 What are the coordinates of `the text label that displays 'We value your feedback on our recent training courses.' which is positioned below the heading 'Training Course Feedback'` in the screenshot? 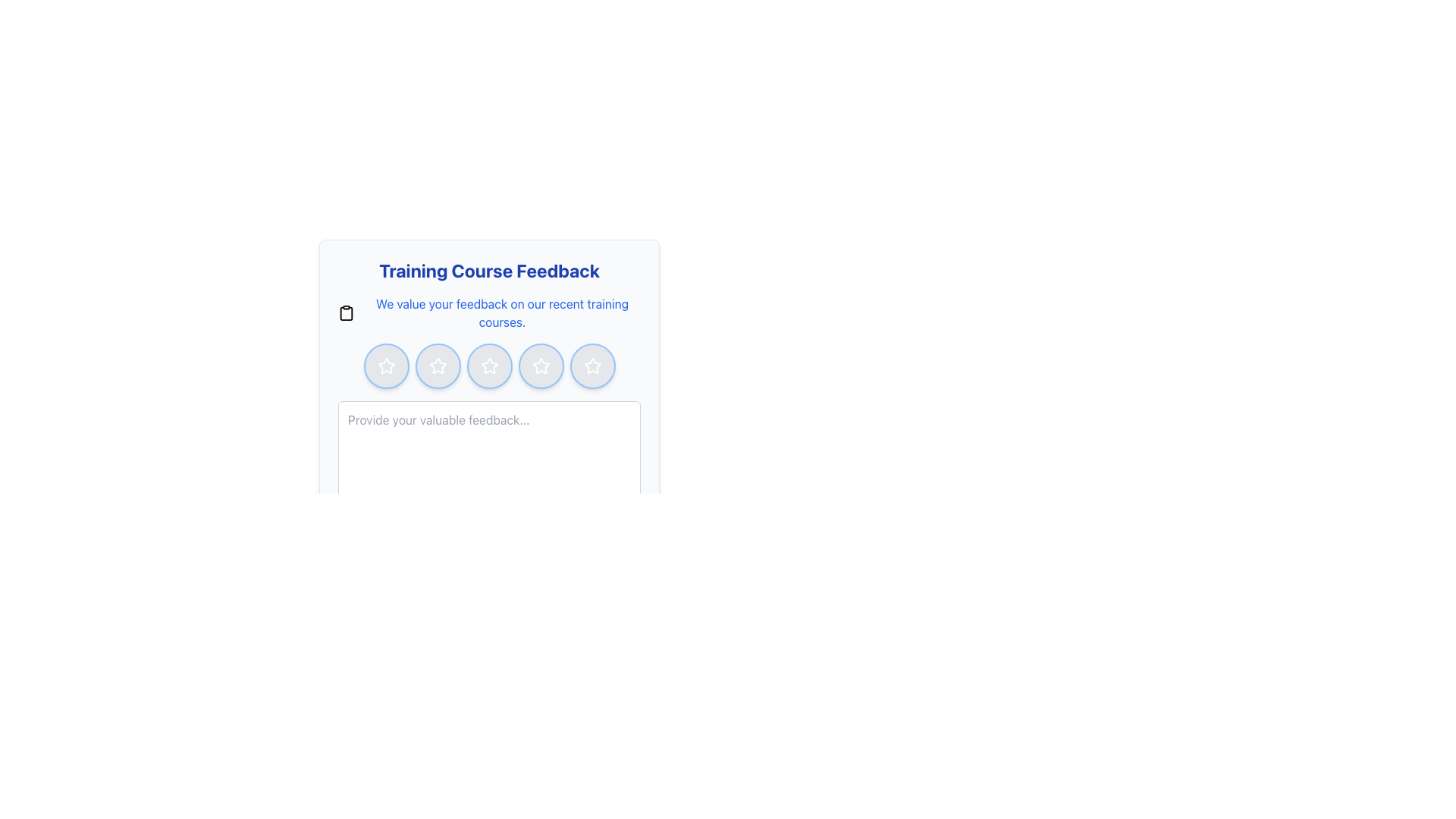 It's located at (489, 312).